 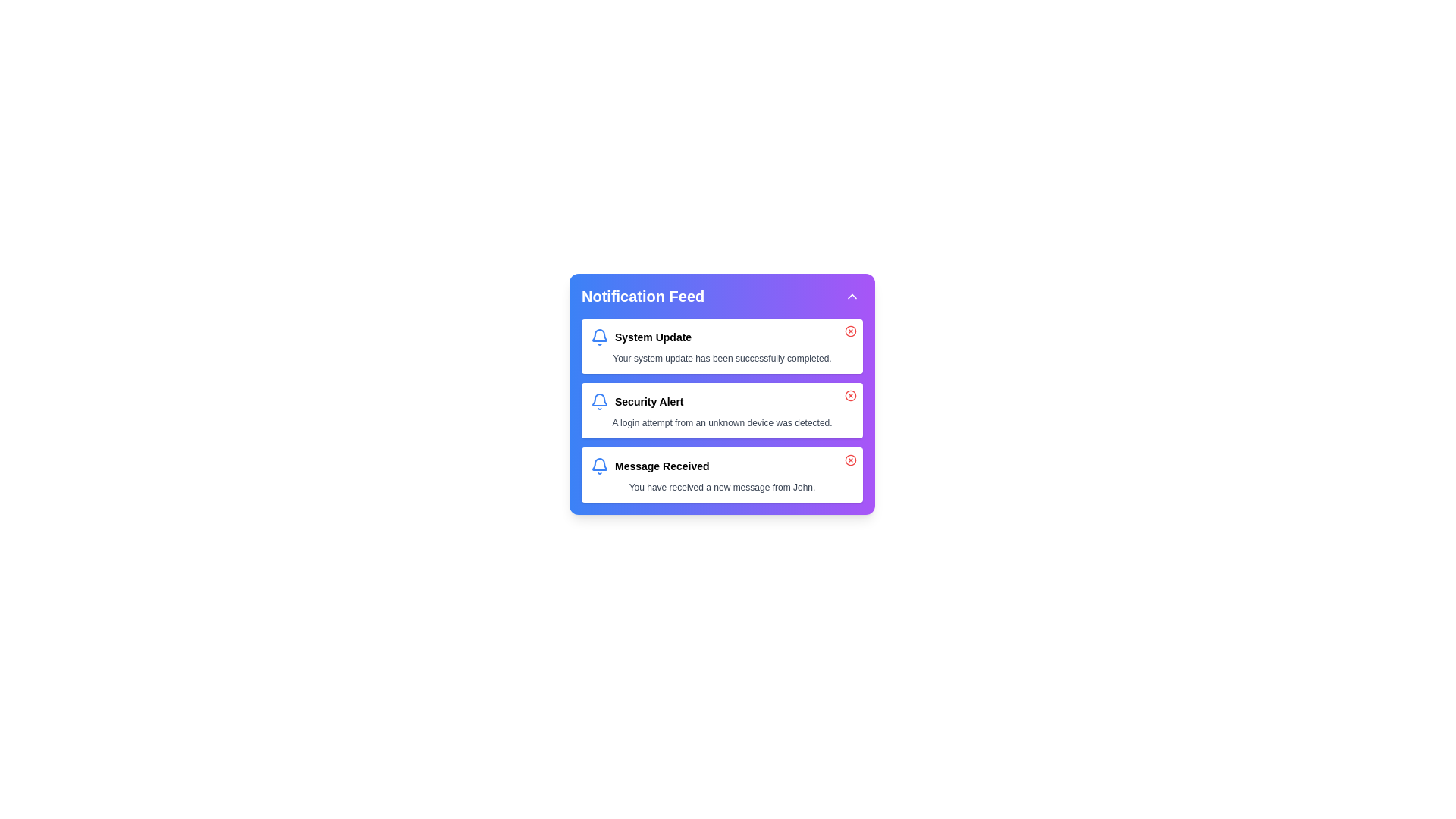 What do you see at coordinates (662, 465) in the screenshot?
I see `the third notification title text label` at bounding box center [662, 465].